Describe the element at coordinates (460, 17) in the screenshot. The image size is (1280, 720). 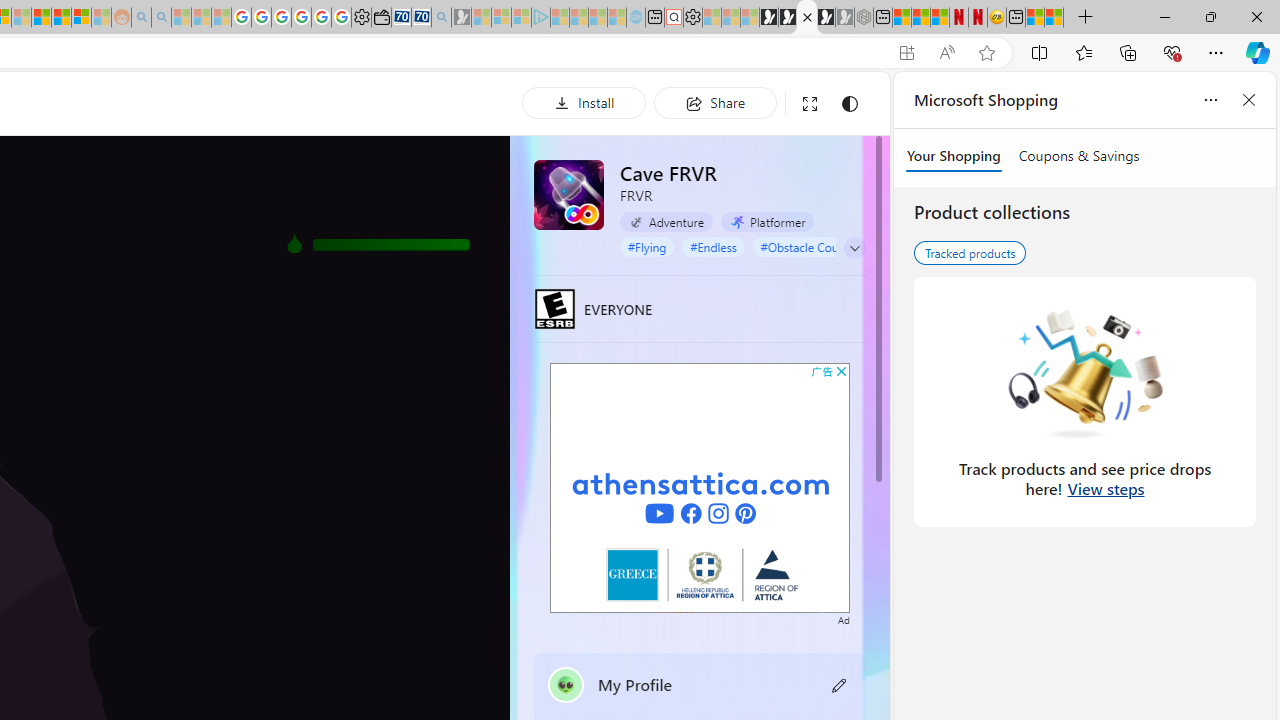
I see `'Microsoft Start Gaming - Sleeping'` at that location.